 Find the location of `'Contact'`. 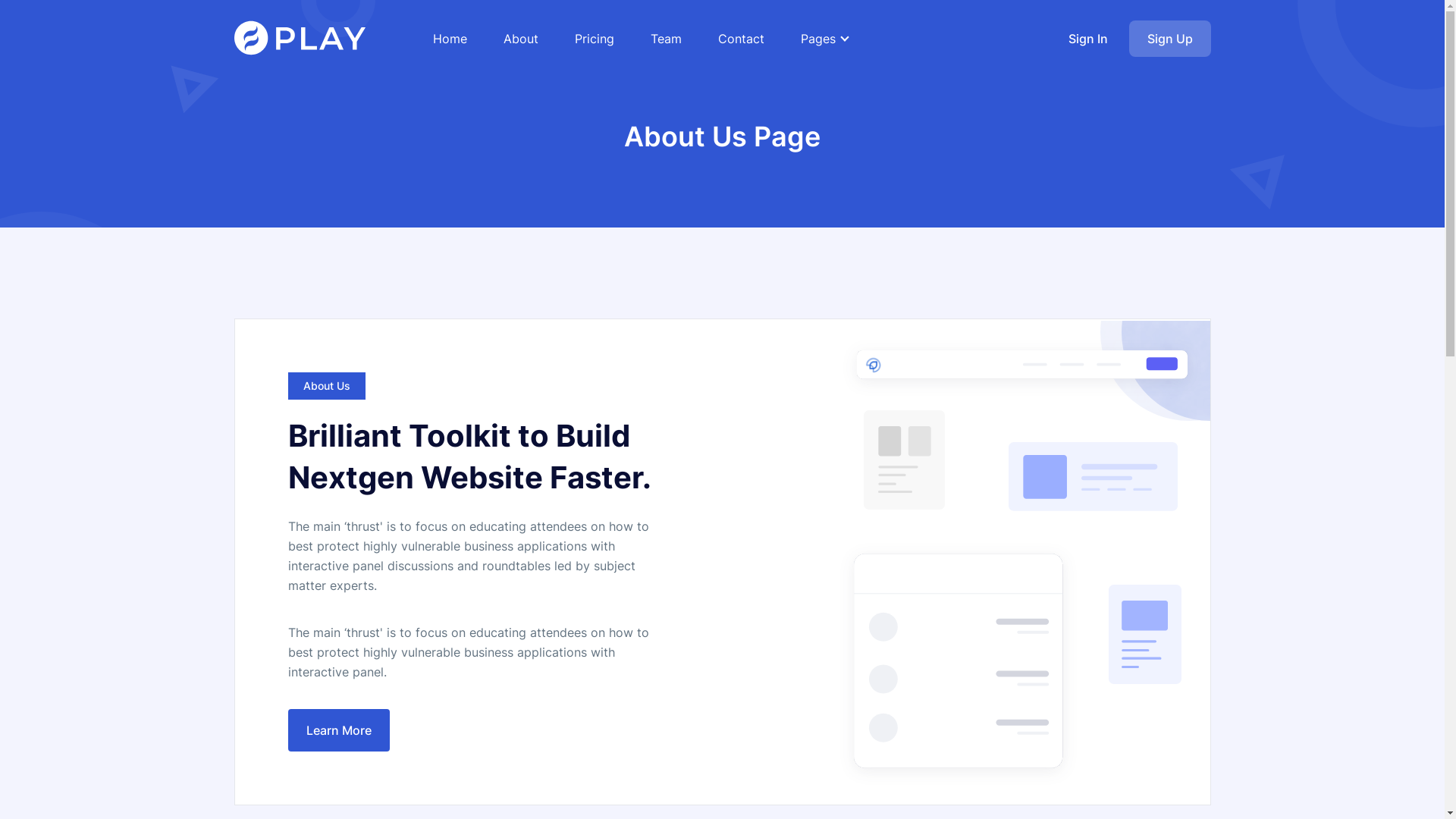

'Contact' is located at coordinates (717, 37).